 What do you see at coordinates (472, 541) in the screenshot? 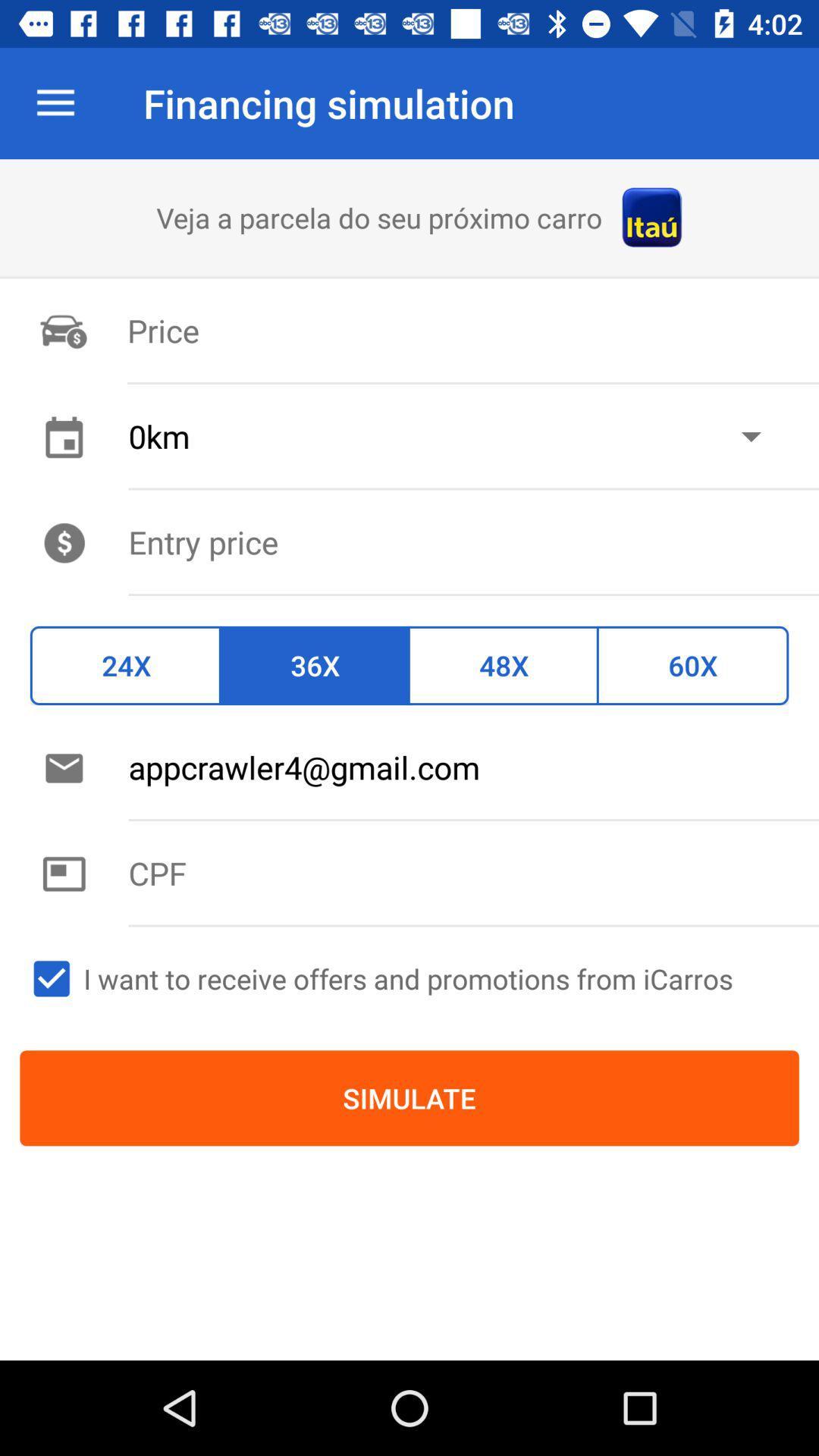
I see `set entry price` at bounding box center [472, 541].